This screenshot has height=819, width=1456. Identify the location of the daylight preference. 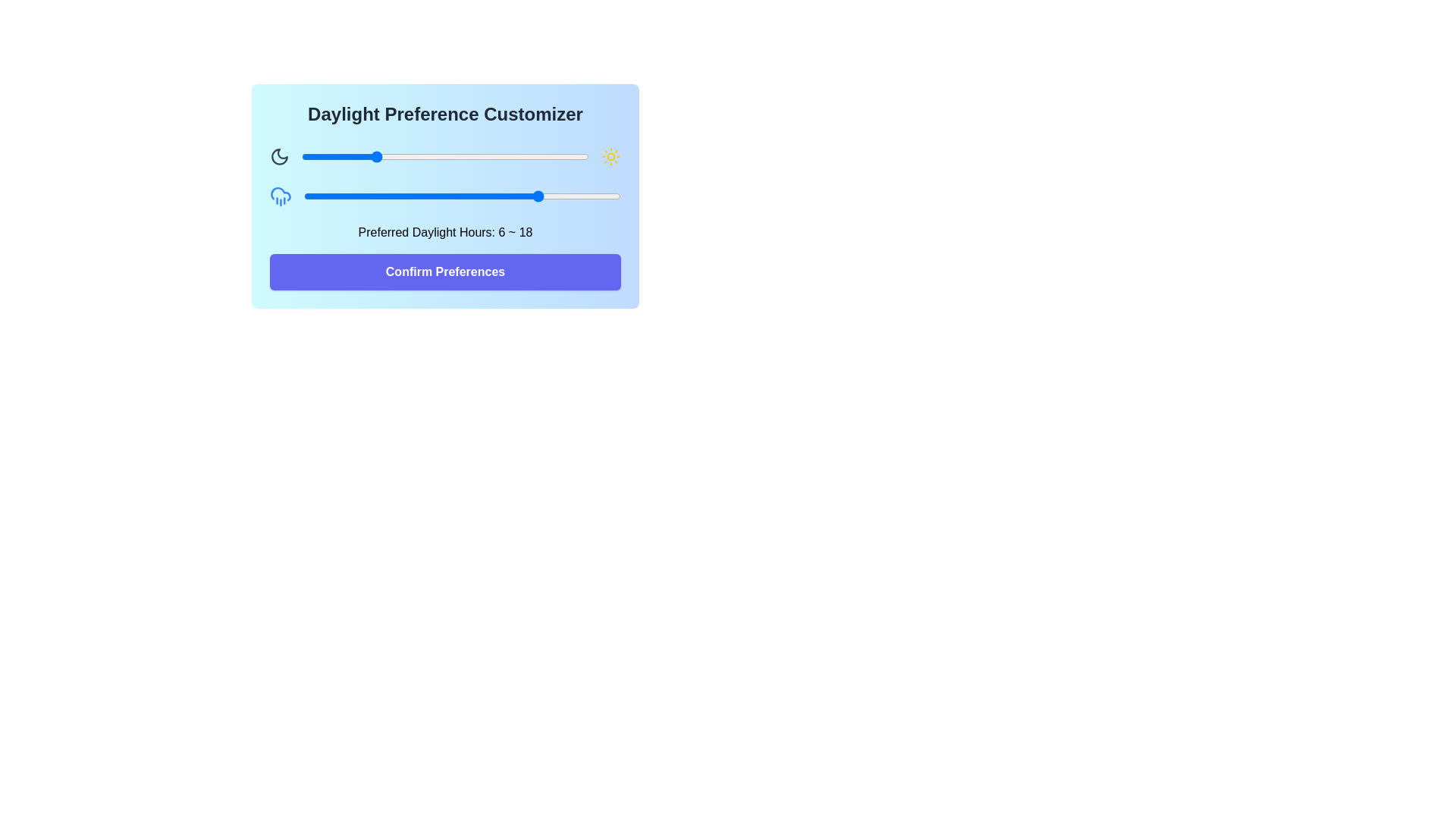
(461, 195).